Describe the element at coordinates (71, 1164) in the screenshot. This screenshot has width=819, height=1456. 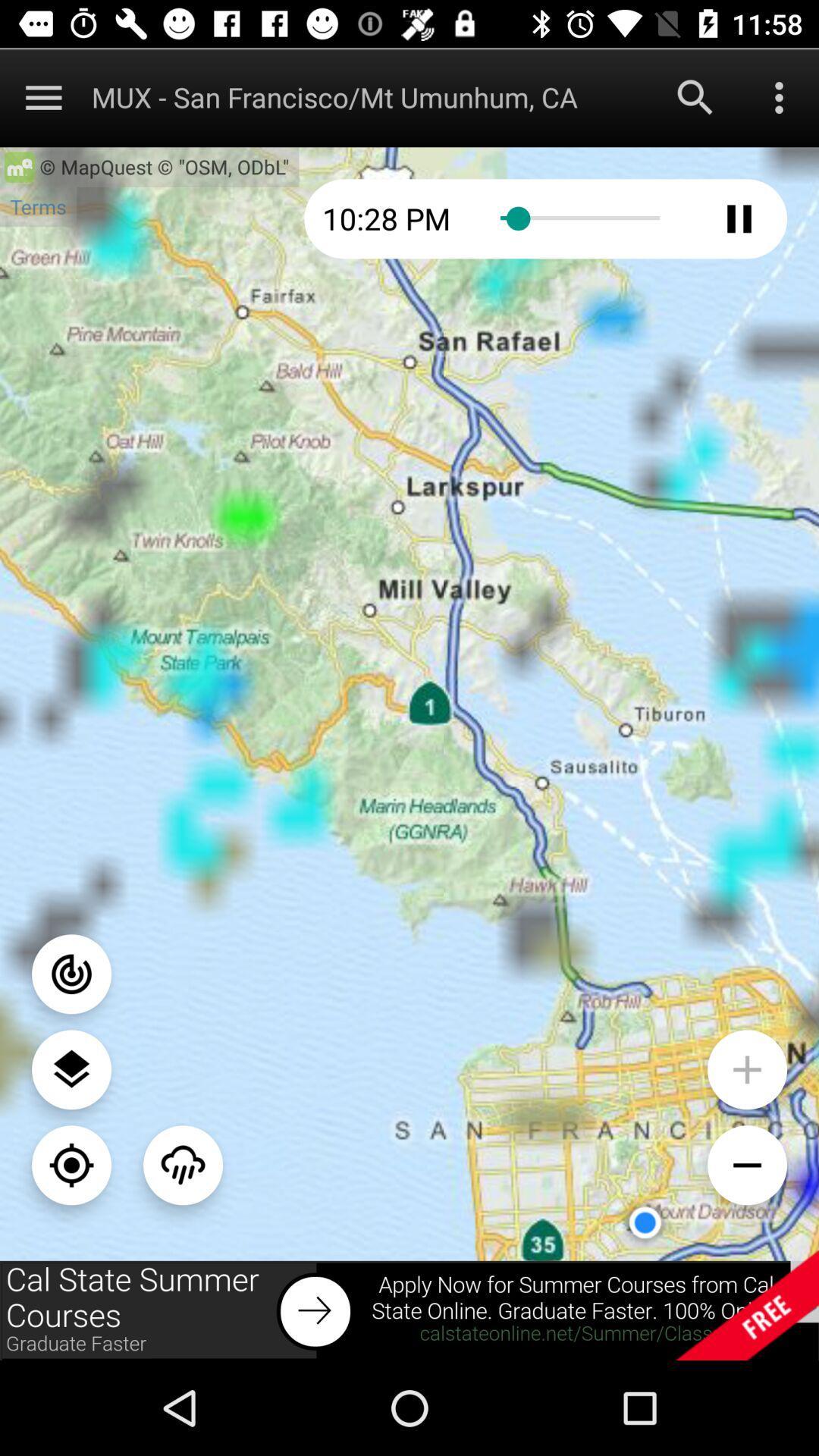
I see `the location_crosshair icon` at that location.